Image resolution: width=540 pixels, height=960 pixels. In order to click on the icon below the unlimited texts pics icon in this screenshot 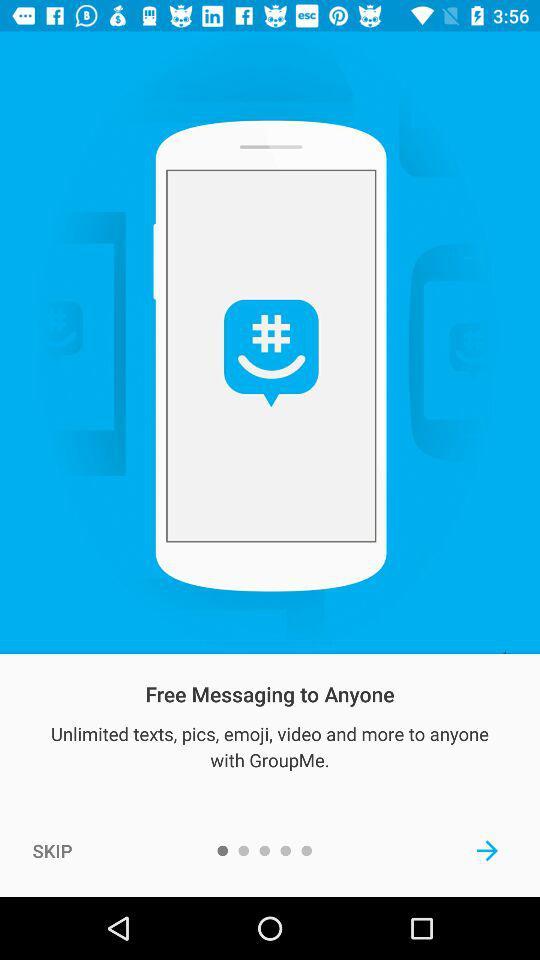, I will do `click(486, 849)`.